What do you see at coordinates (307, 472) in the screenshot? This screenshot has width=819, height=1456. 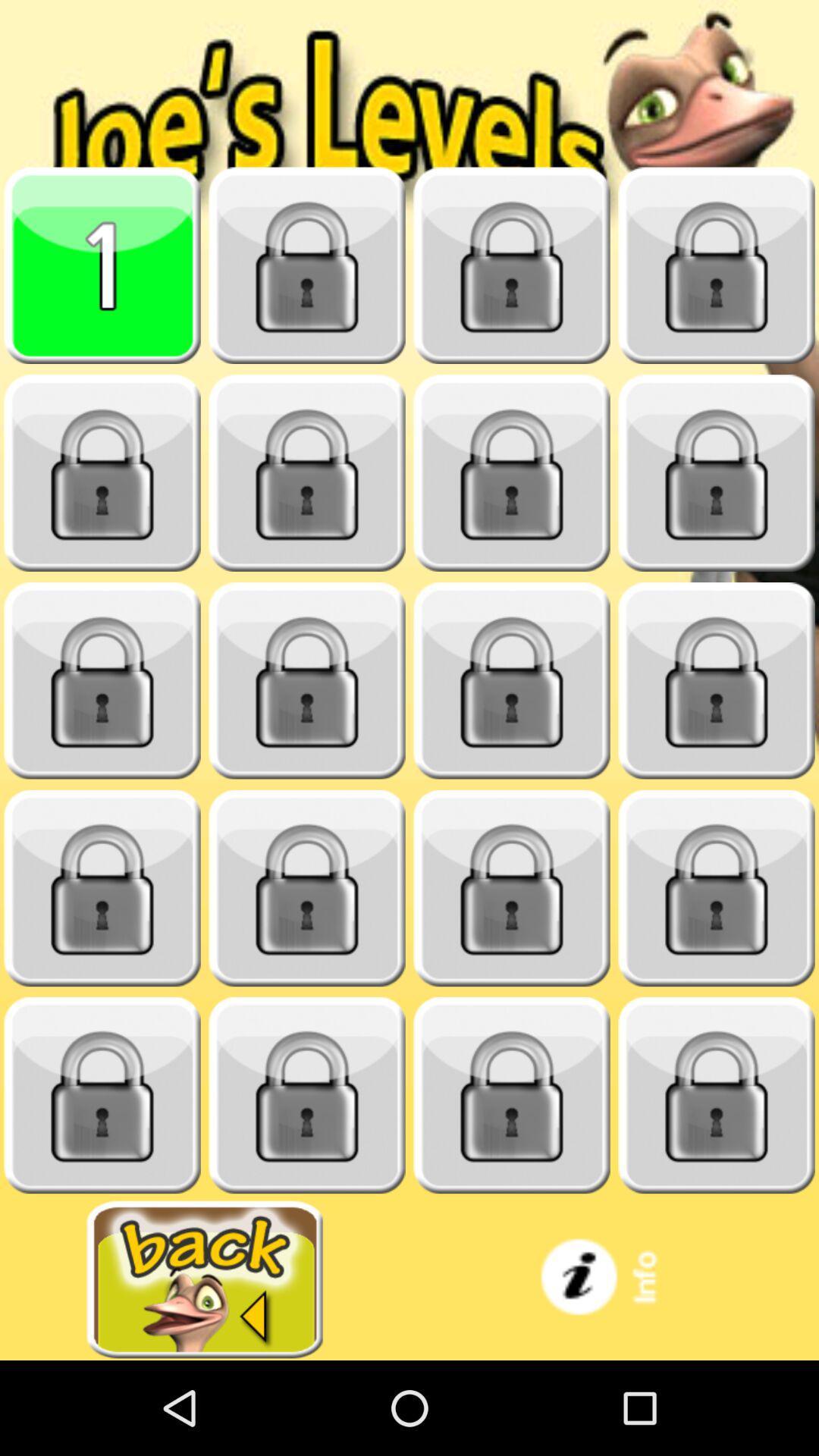 I see `level which is locked` at bounding box center [307, 472].